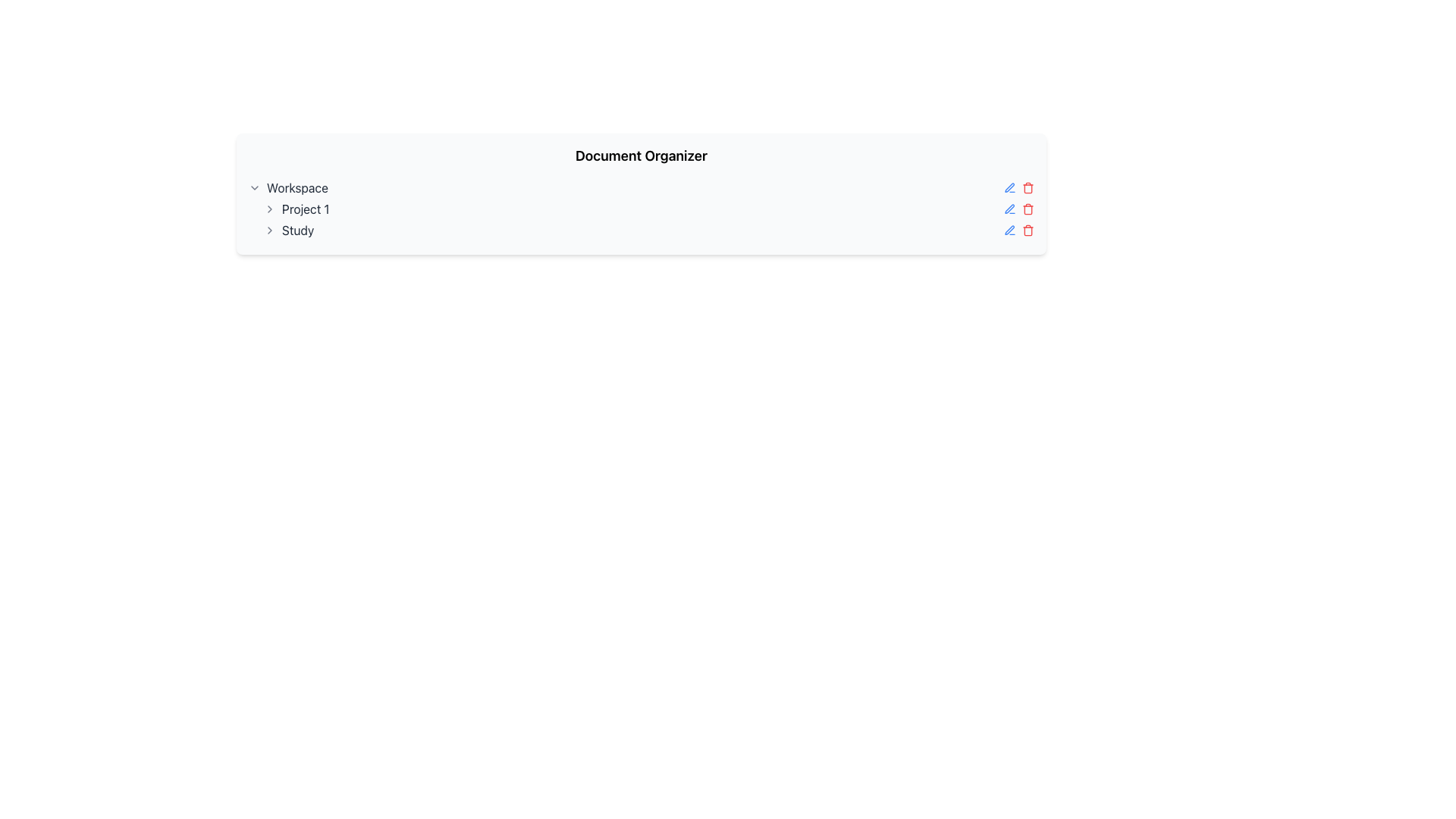  What do you see at coordinates (1019, 209) in the screenshot?
I see `the red trash icon located to the right of the blue pen icon in the control group for 'Project 1'` at bounding box center [1019, 209].